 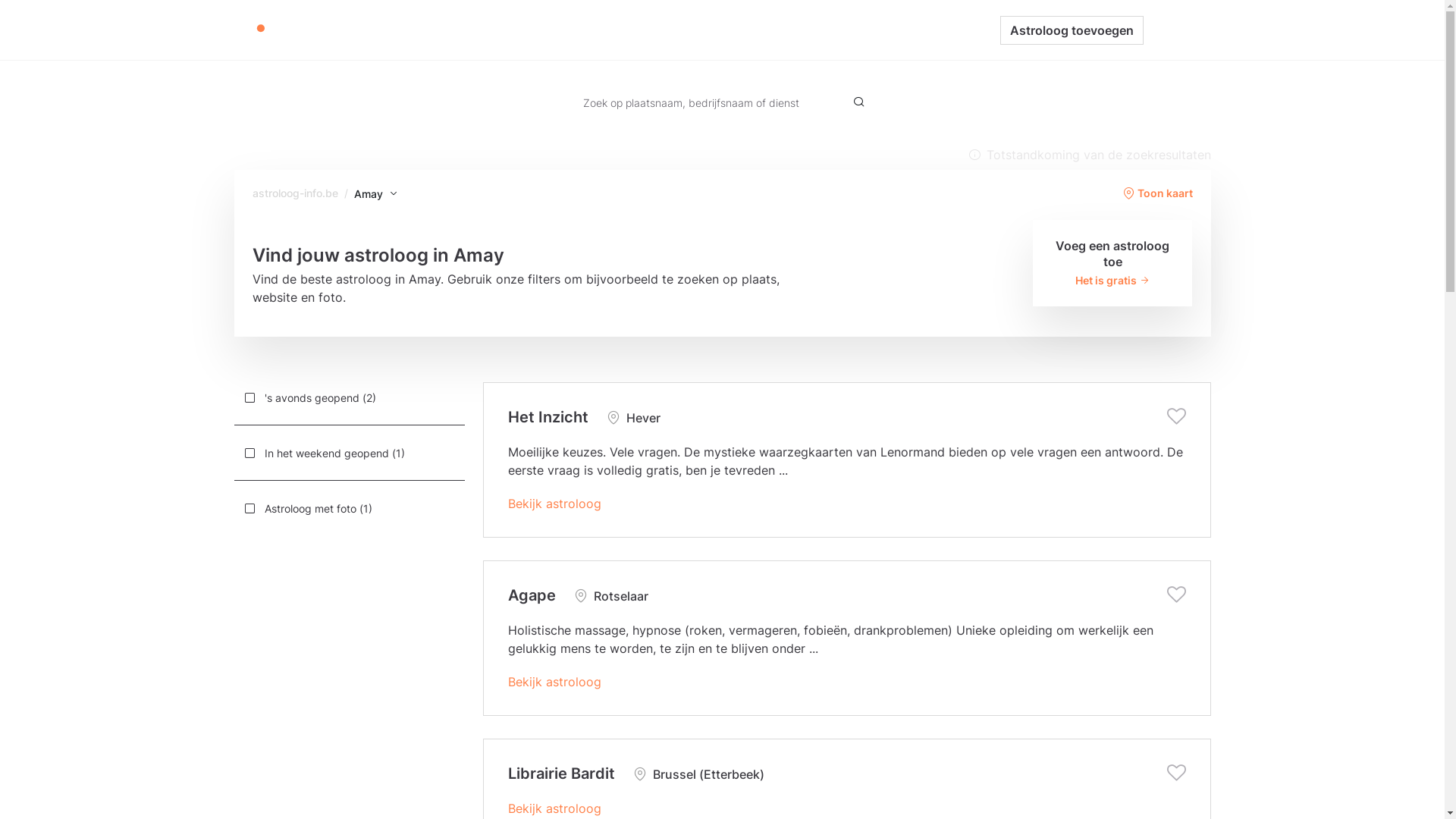 I want to click on 'In het weekend geopend (1)', so click(x=348, y=452).